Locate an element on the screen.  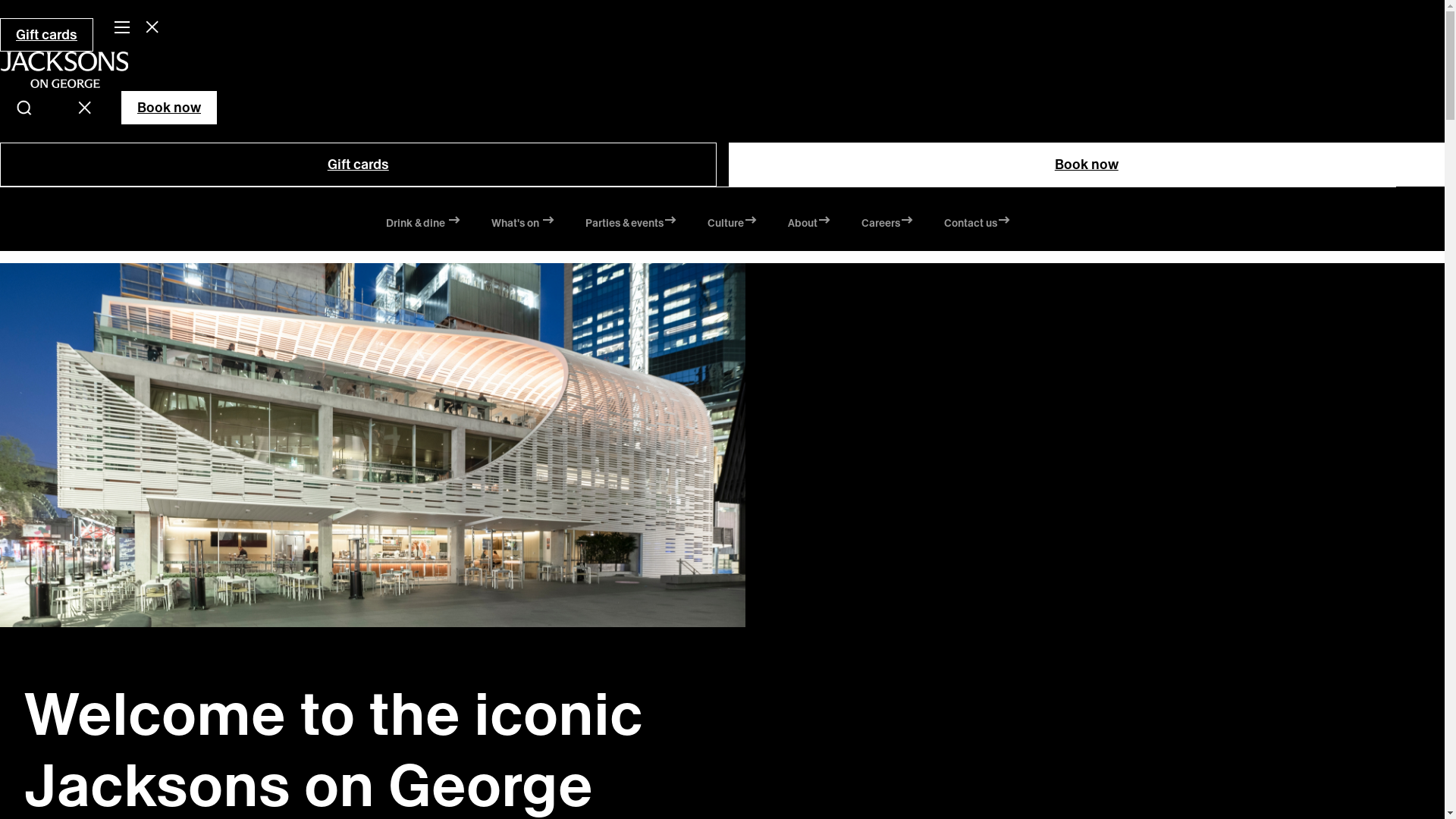
'Book now' is located at coordinates (1085, 164).